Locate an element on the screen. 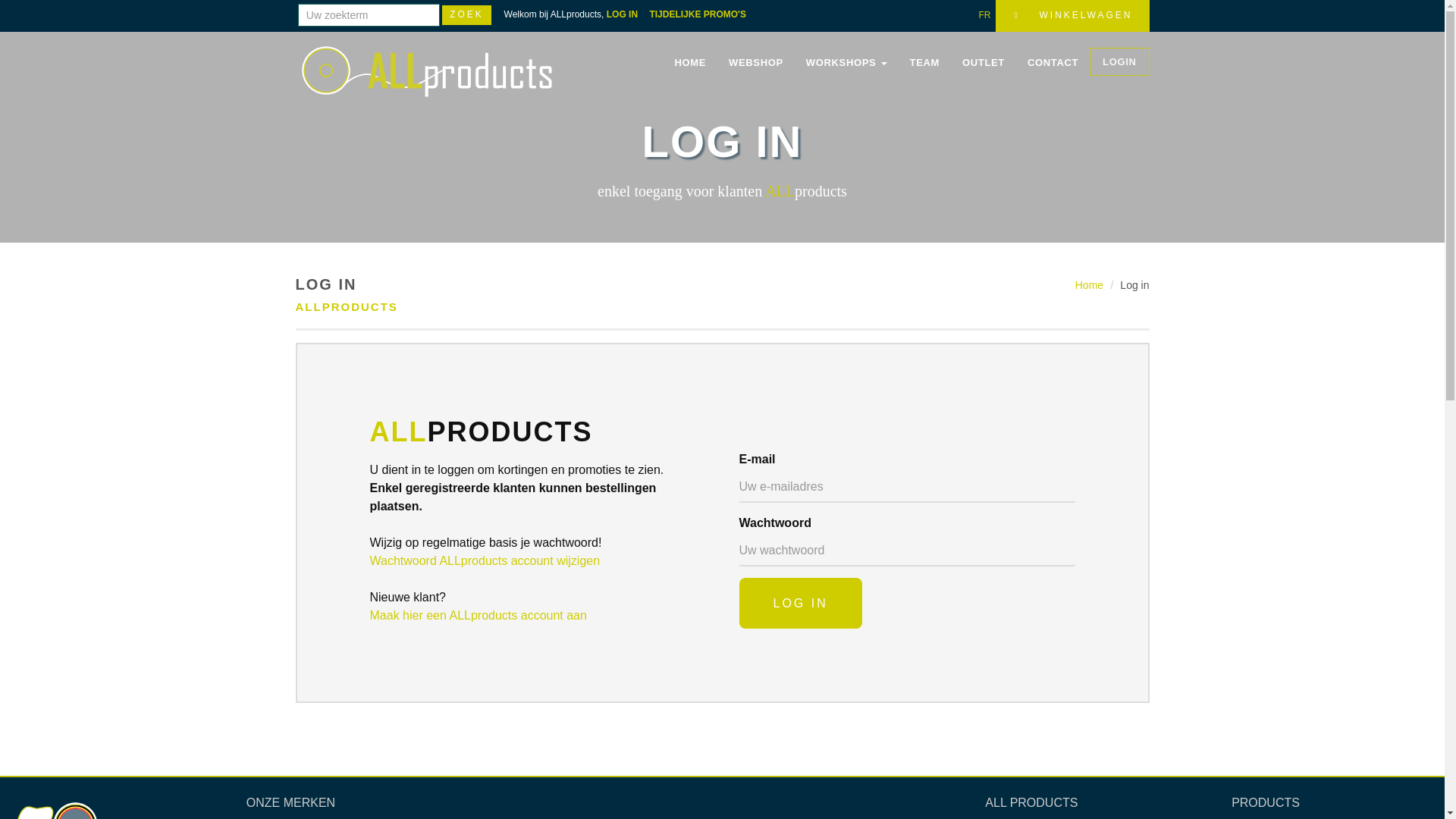 This screenshot has width=1456, height=819. 'LOGIN' is located at coordinates (1119, 61).